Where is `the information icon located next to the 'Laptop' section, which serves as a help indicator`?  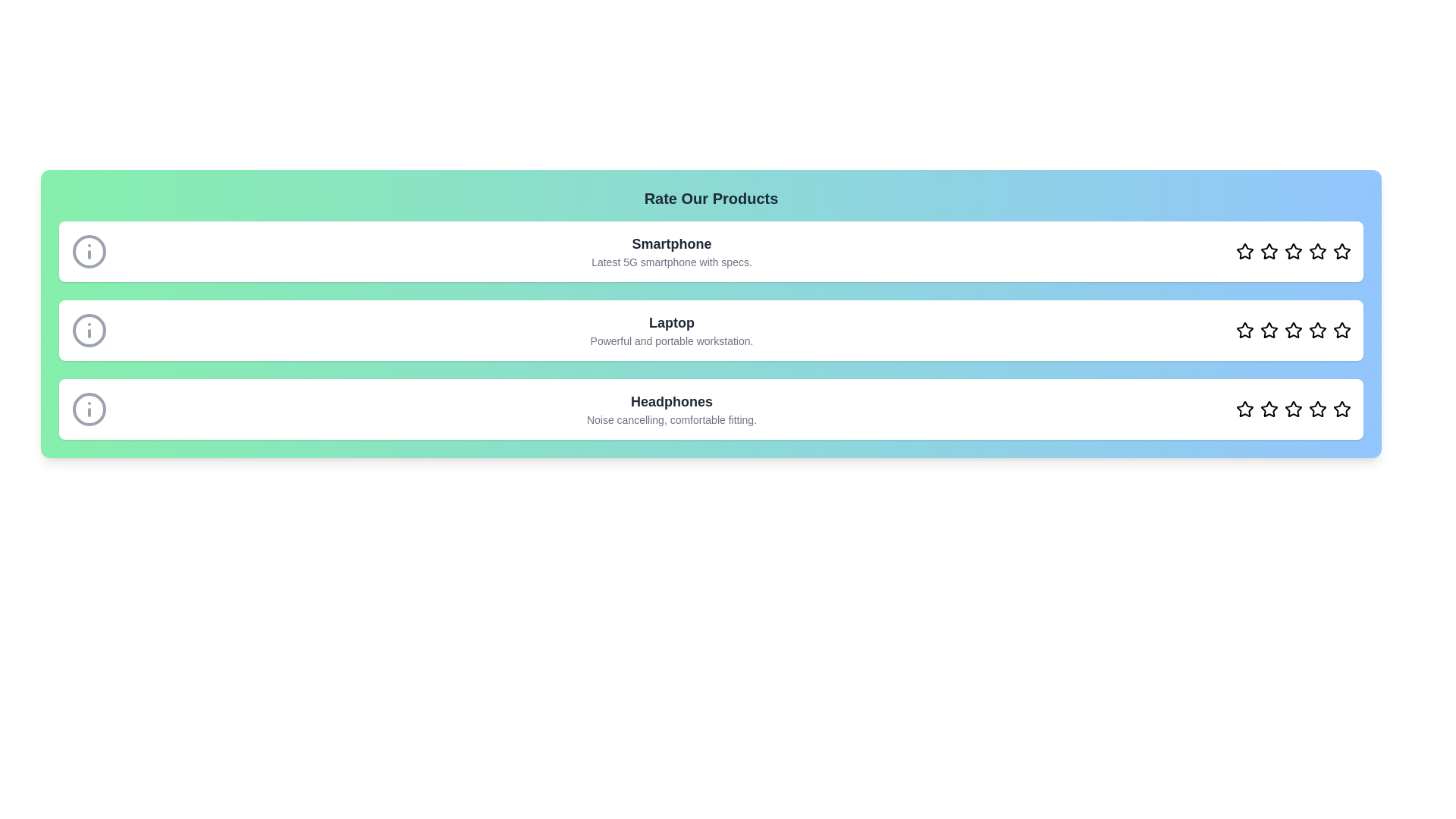 the information icon located next to the 'Laptop' section, which serves as a help indicator is located at coordinates (89, 329).